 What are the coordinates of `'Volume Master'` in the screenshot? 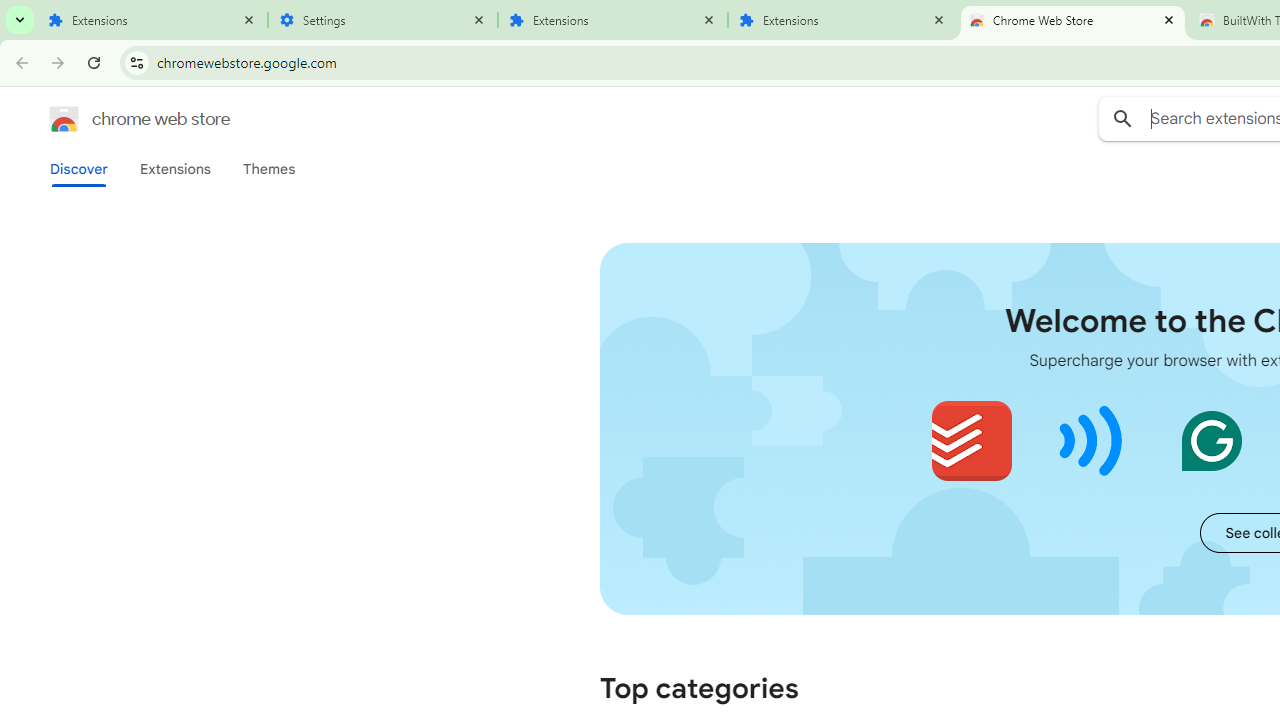 It's located at (1090, 440).